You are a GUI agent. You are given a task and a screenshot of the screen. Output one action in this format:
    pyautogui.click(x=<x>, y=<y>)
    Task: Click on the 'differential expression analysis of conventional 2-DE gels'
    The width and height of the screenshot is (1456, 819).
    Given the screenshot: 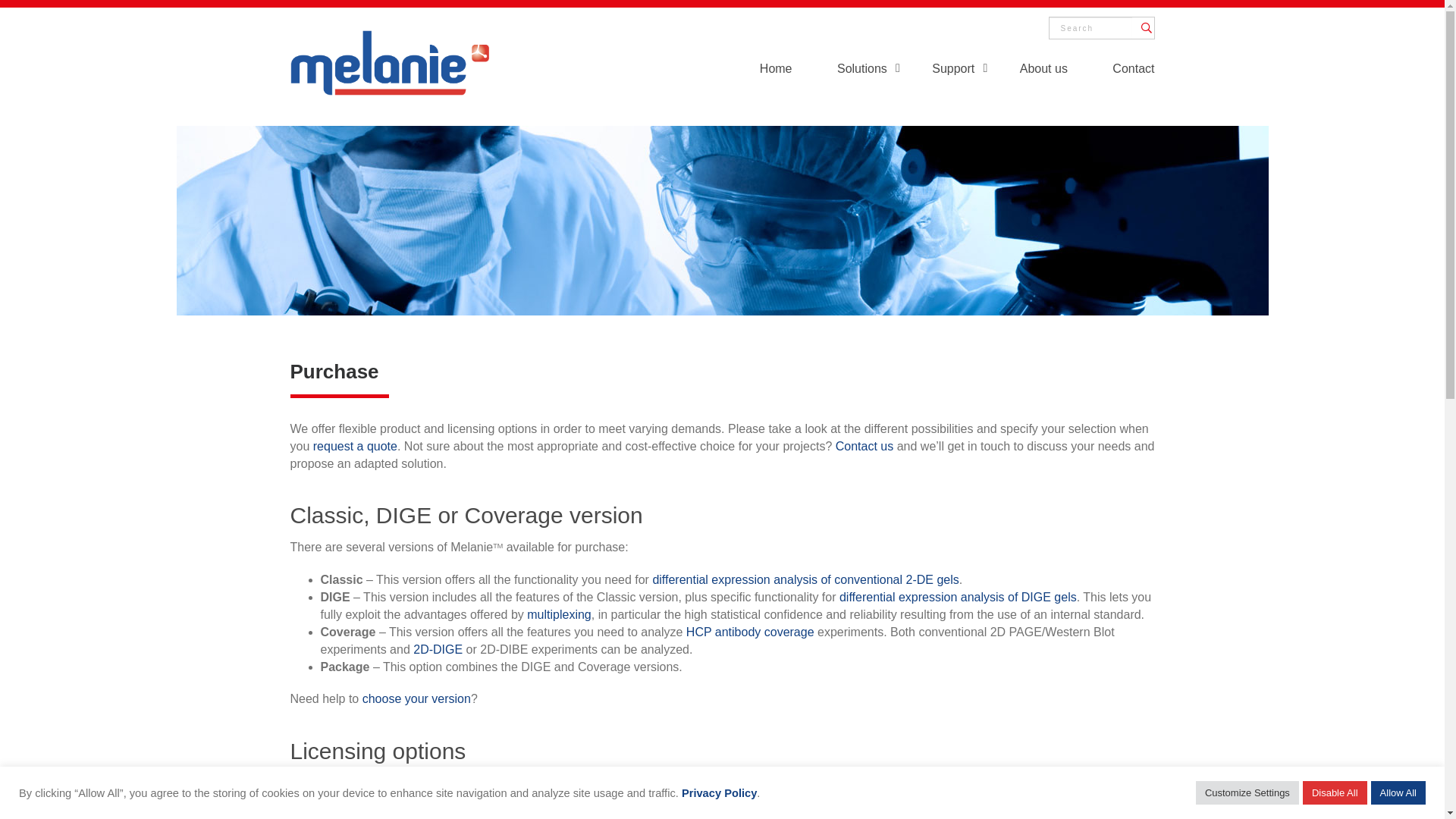 What is the action you would take?
    pyautogui.click(x=804, y=579)
    